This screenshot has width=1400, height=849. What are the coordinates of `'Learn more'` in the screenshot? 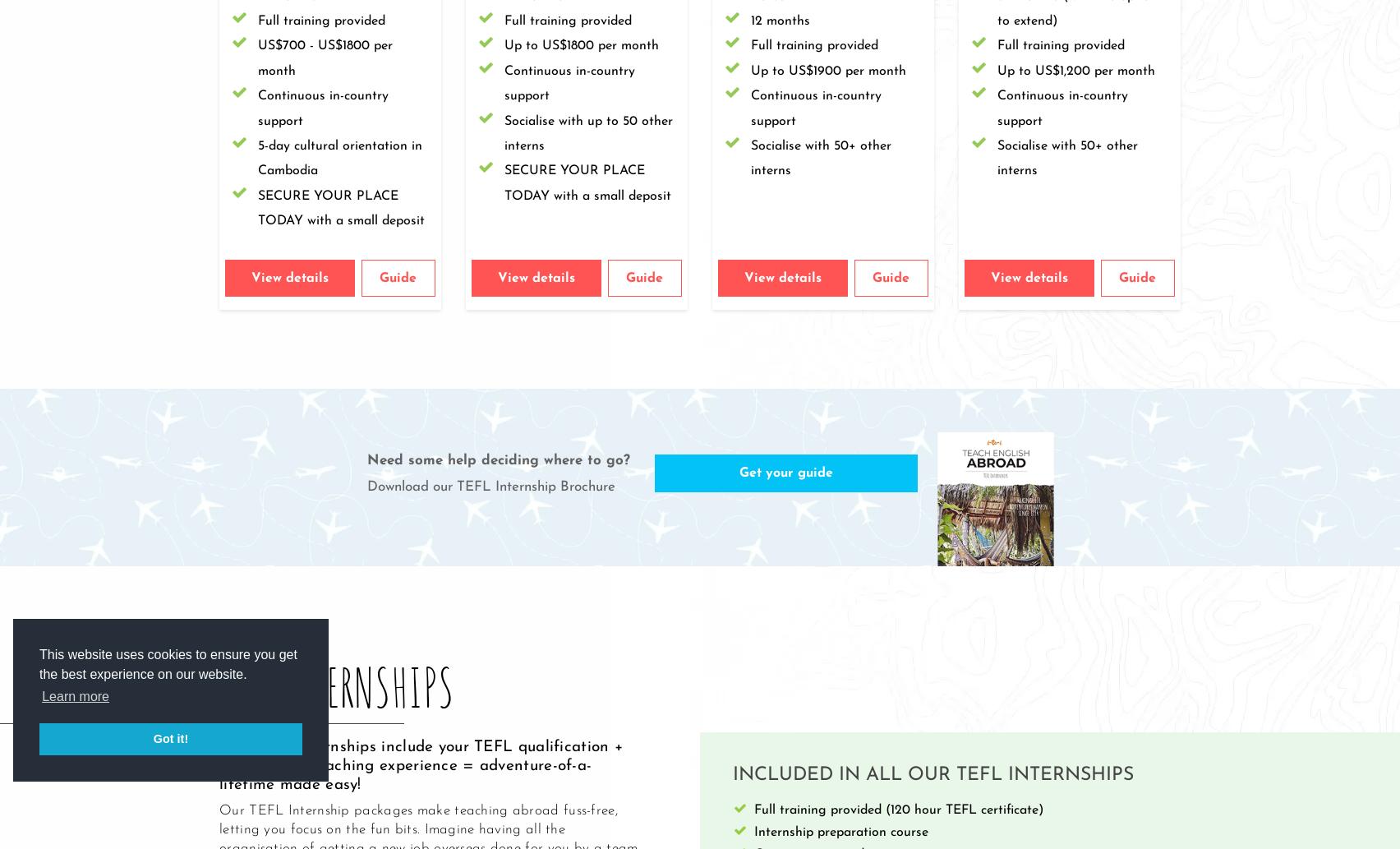 It's located at (76, 696).